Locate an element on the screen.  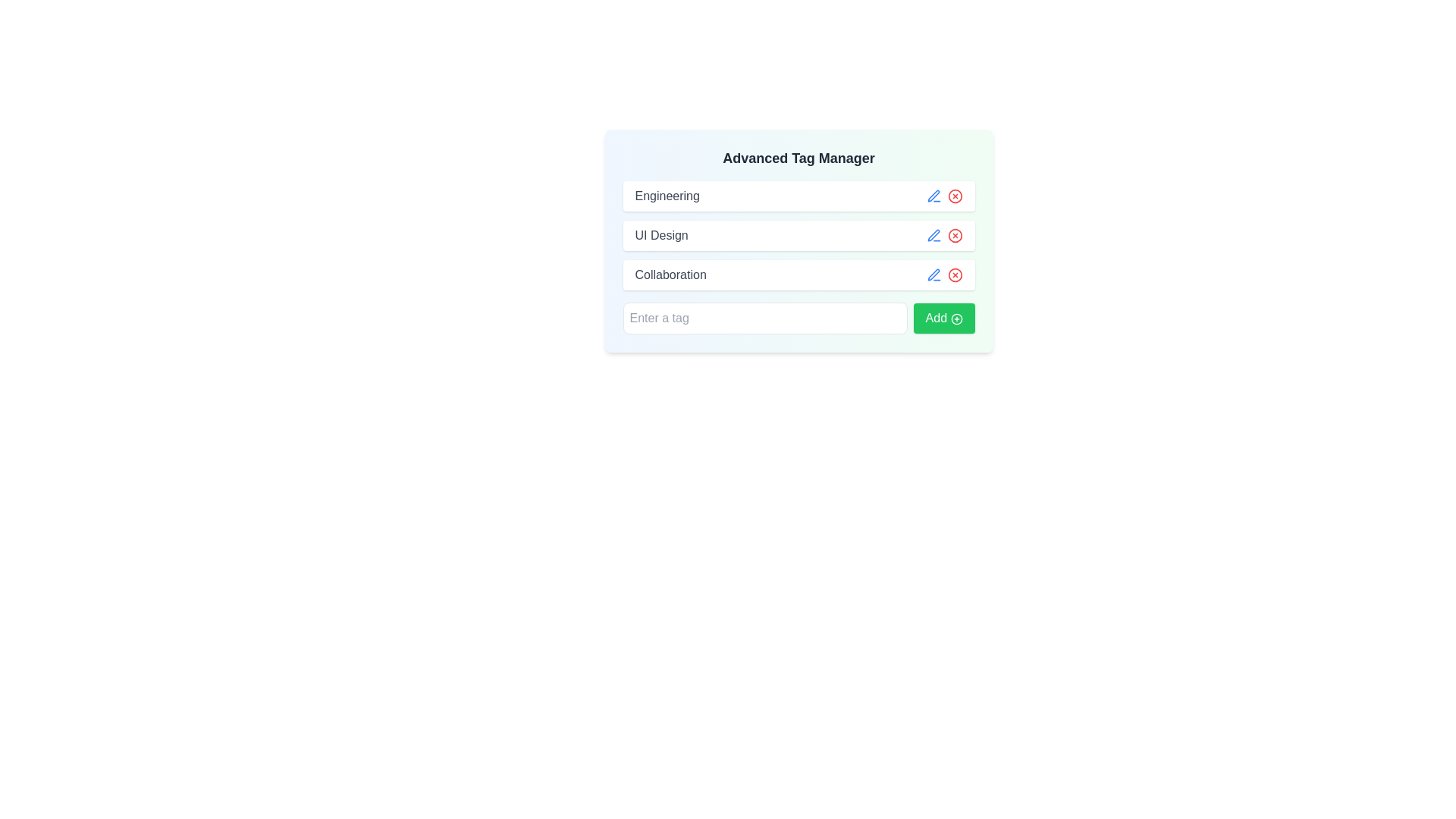
the visual representation of the circular outline in the 'Add' button icon, which is centrally positioned within the button in the 'Advanced Tag Manager' interface is located at coordinates (955, 318).